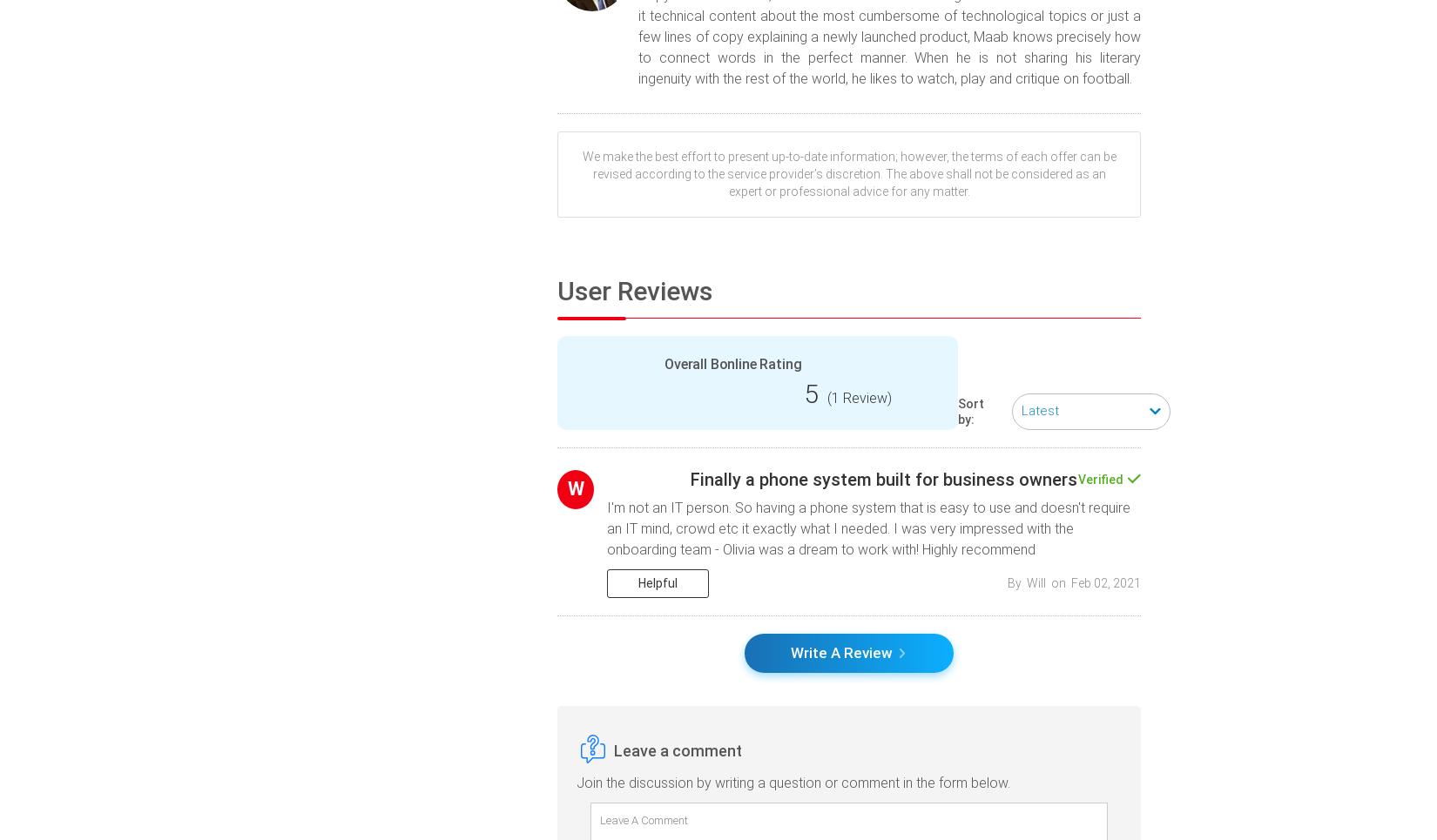 This screenshot has height=840, width=1437. What do you see at coordinates (677, 750) in the screenshot?
I see `'Leave a comment'` at bounding box center [677, 750].